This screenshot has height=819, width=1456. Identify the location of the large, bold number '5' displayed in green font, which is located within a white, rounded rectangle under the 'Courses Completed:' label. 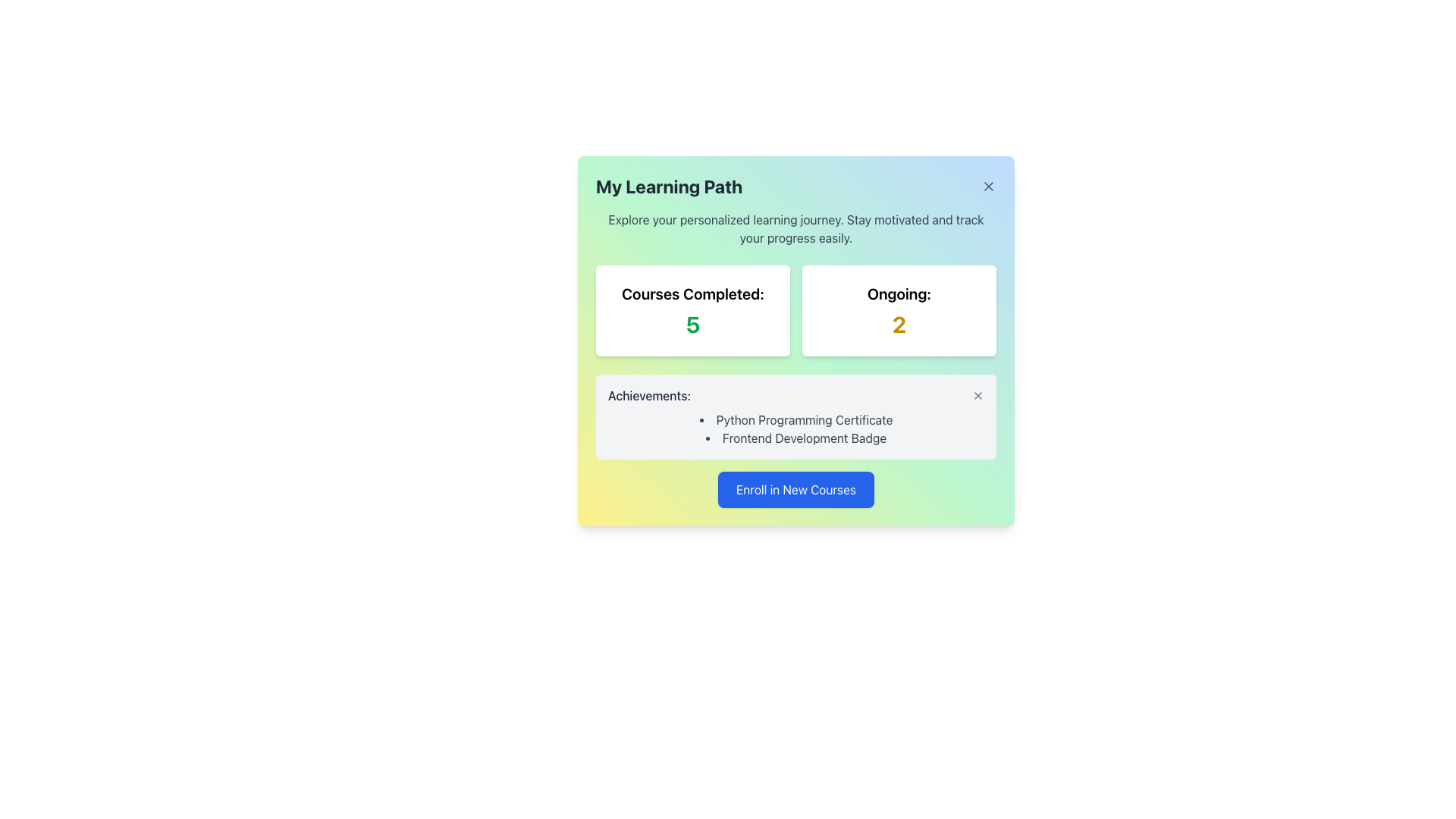
(692, 324).